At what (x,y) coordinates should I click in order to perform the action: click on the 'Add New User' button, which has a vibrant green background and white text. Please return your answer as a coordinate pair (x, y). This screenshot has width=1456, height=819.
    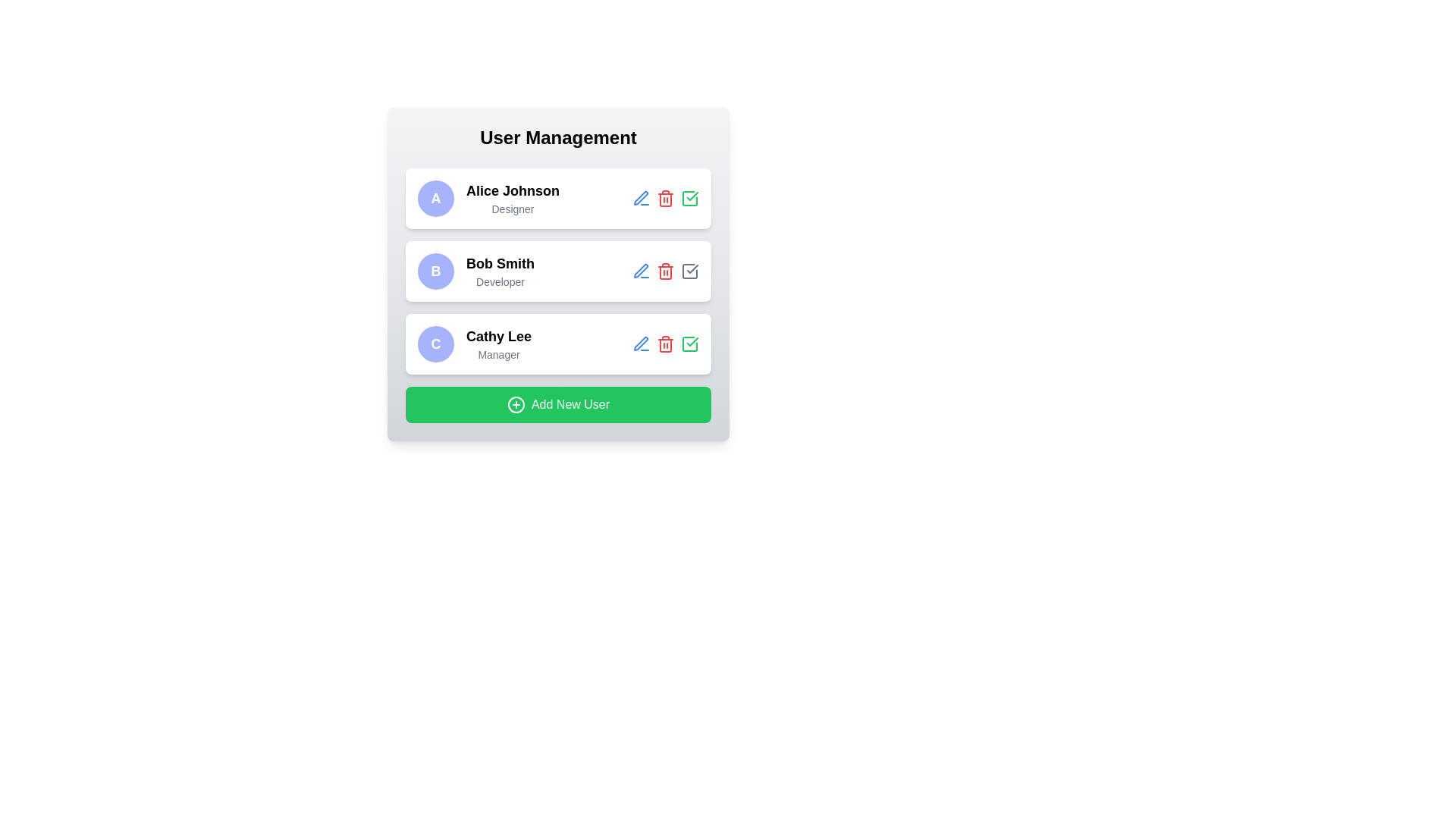
    Looking at the image, I should click on (557, 403).